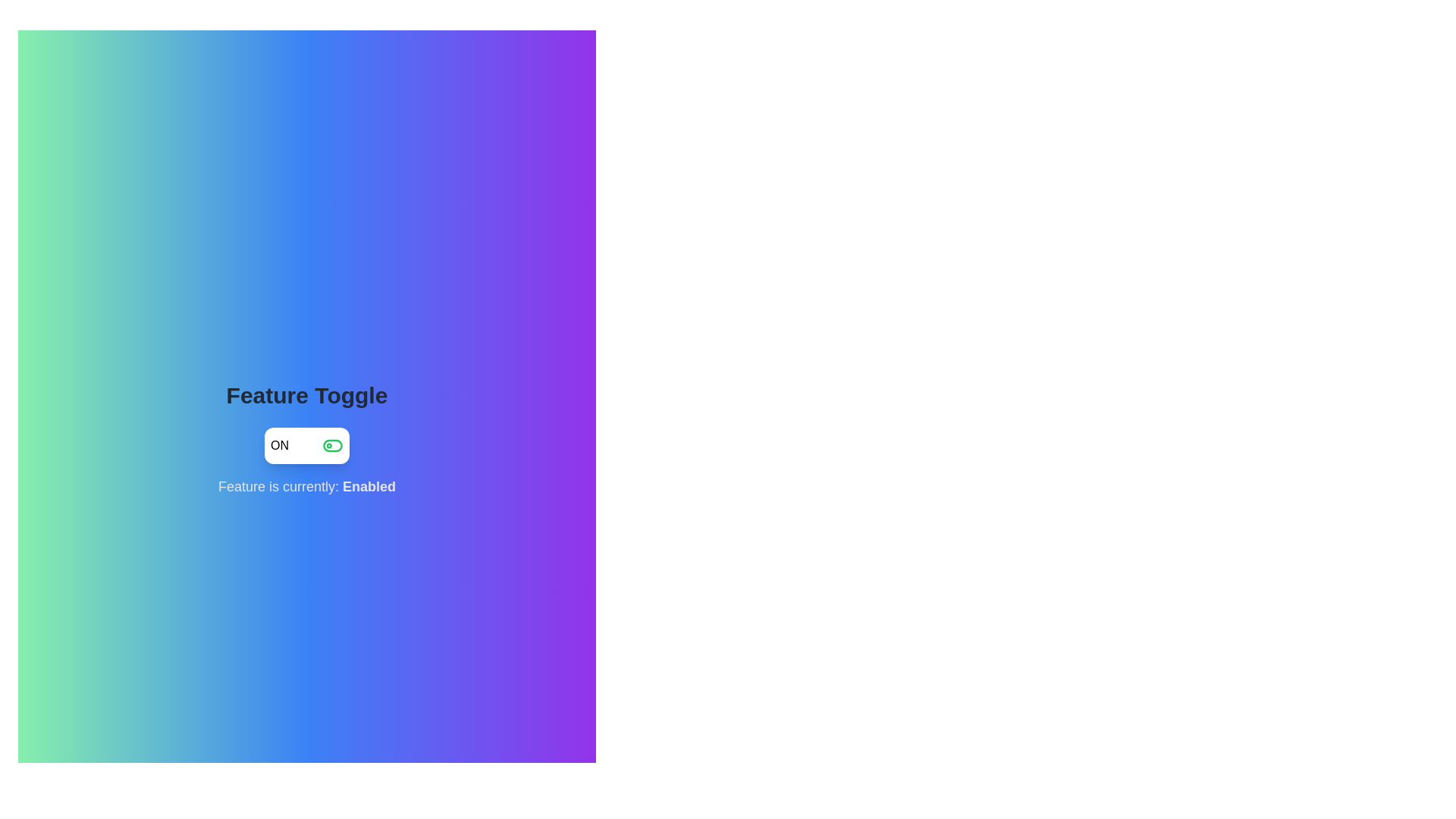 The height and width of the screenshot is (819, 1456). I want to click on the toggle button to toggle the feature ON or OFF, so click(306, 444).